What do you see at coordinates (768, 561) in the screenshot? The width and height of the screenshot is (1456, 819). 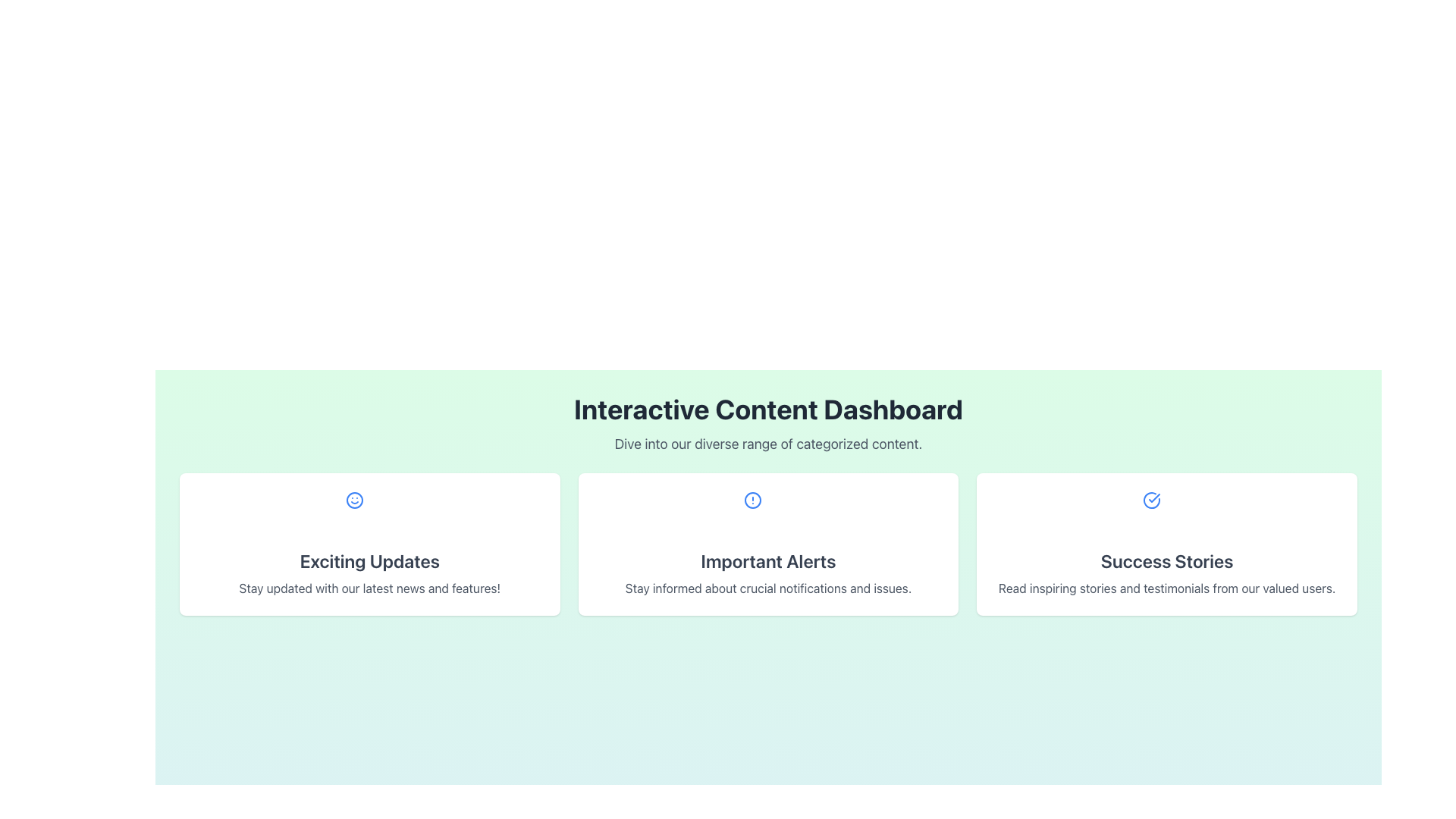 I see `text label with the caption 'Important Alerts' styled in large, bold, dark gray font located in the central card of the horizontally-aligned row` at bounding box center [768, 561].